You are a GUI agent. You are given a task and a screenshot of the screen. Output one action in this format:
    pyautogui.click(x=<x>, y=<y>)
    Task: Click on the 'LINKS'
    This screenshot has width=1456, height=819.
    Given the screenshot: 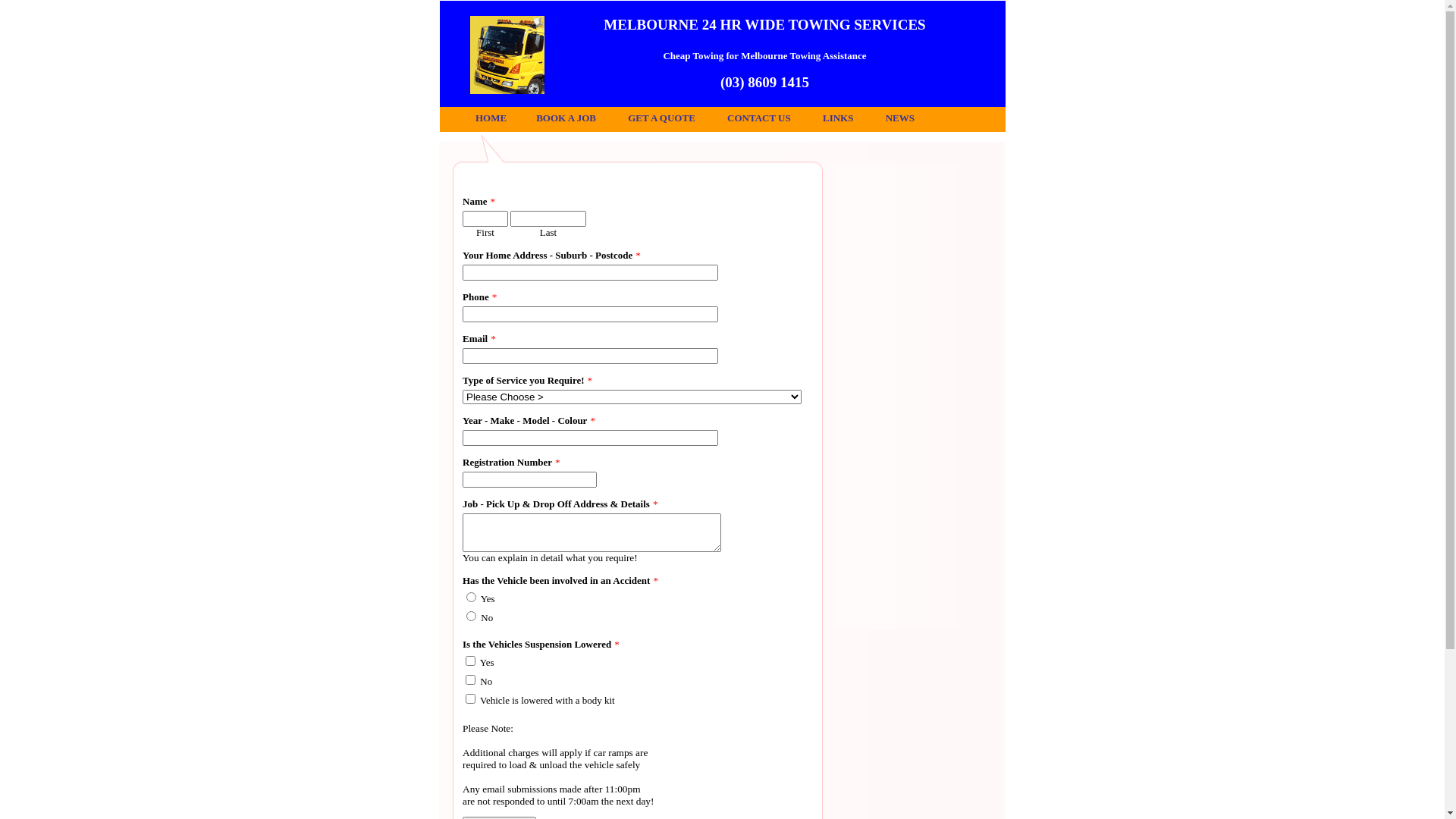 What is the action you would take?
    pyautogui.click(x=836, y=117)
    